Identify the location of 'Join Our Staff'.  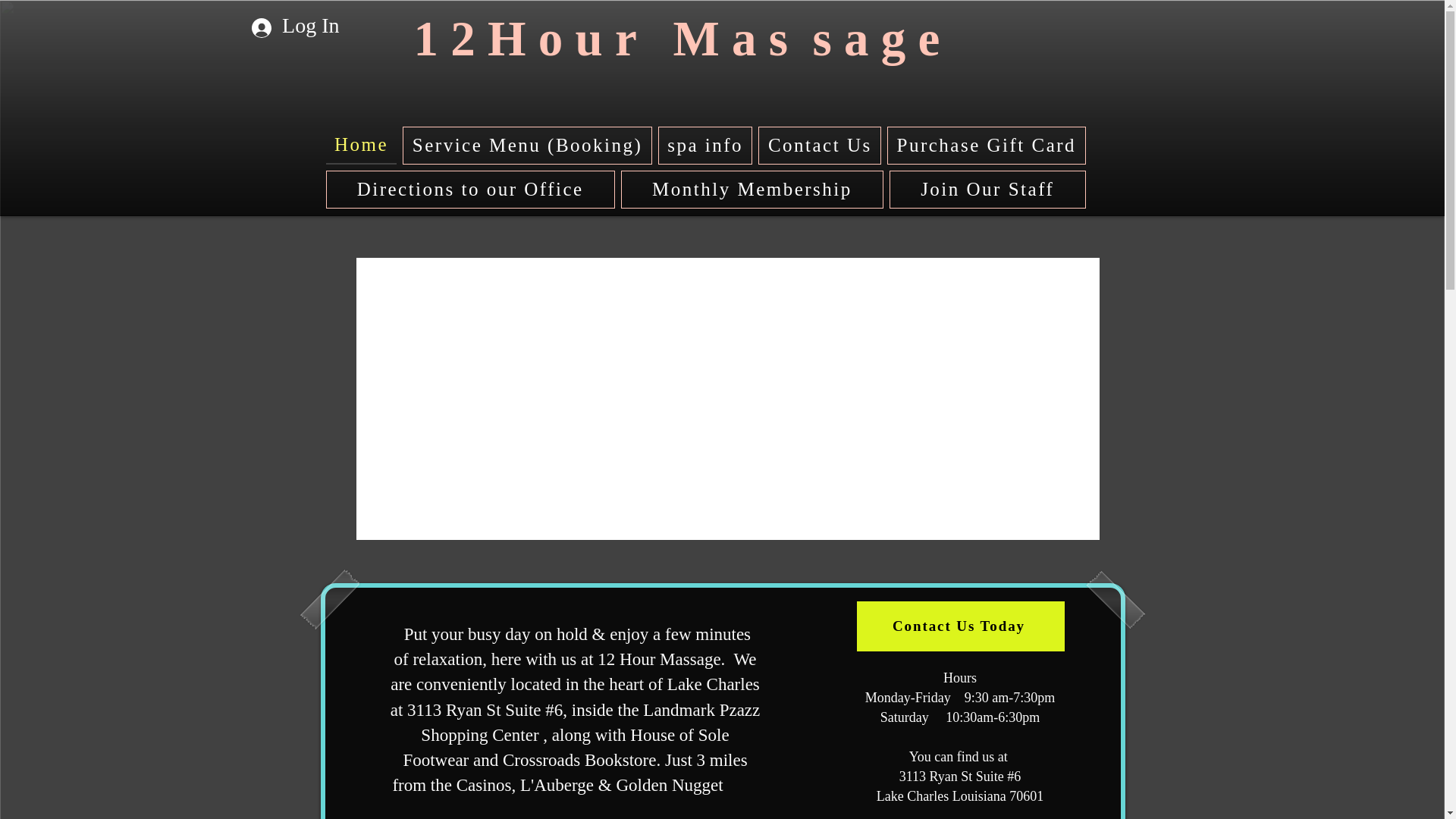
(987, 189).